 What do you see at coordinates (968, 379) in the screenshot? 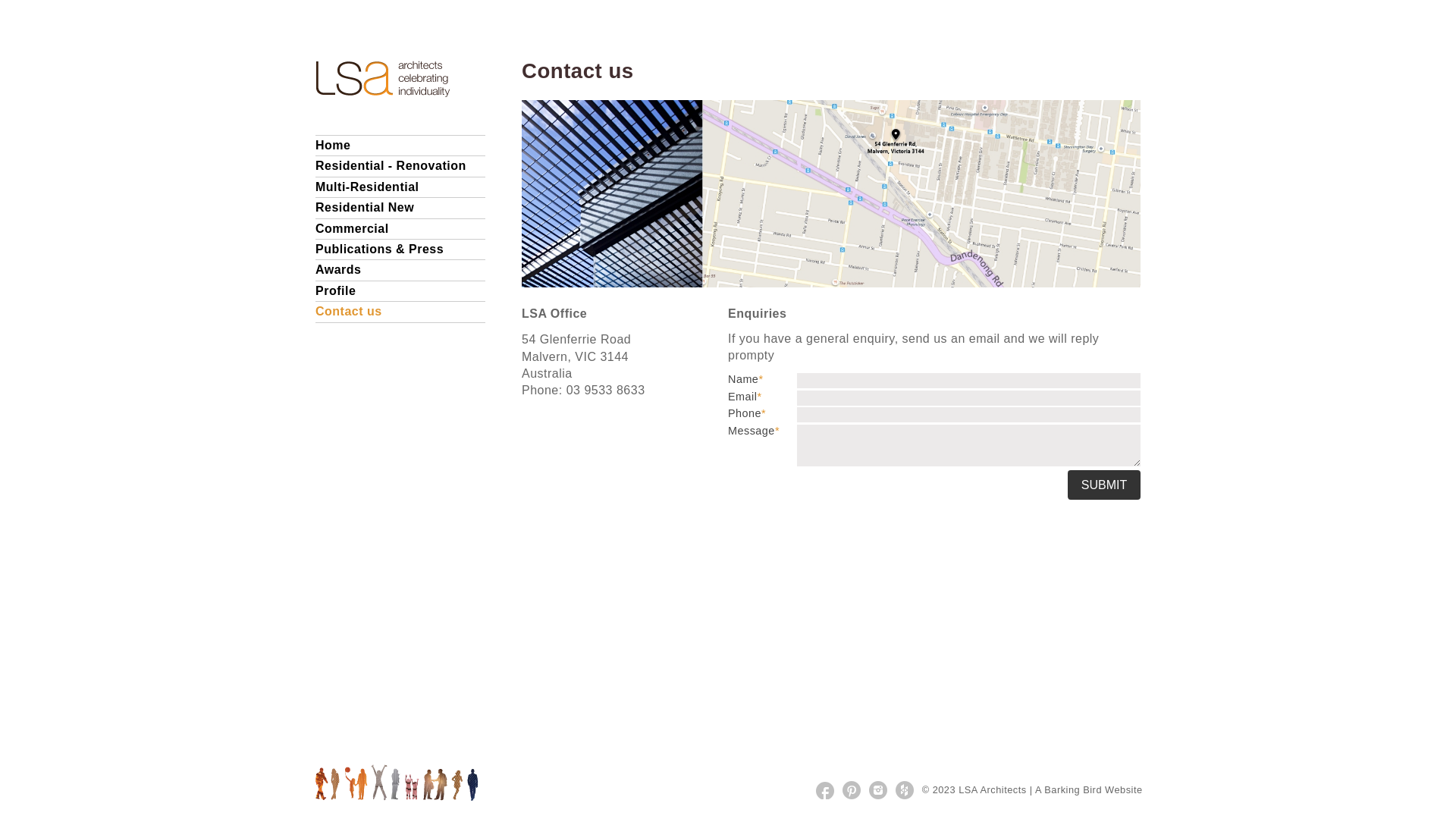
I see `'First Name'` at bounding box center [968, 379].